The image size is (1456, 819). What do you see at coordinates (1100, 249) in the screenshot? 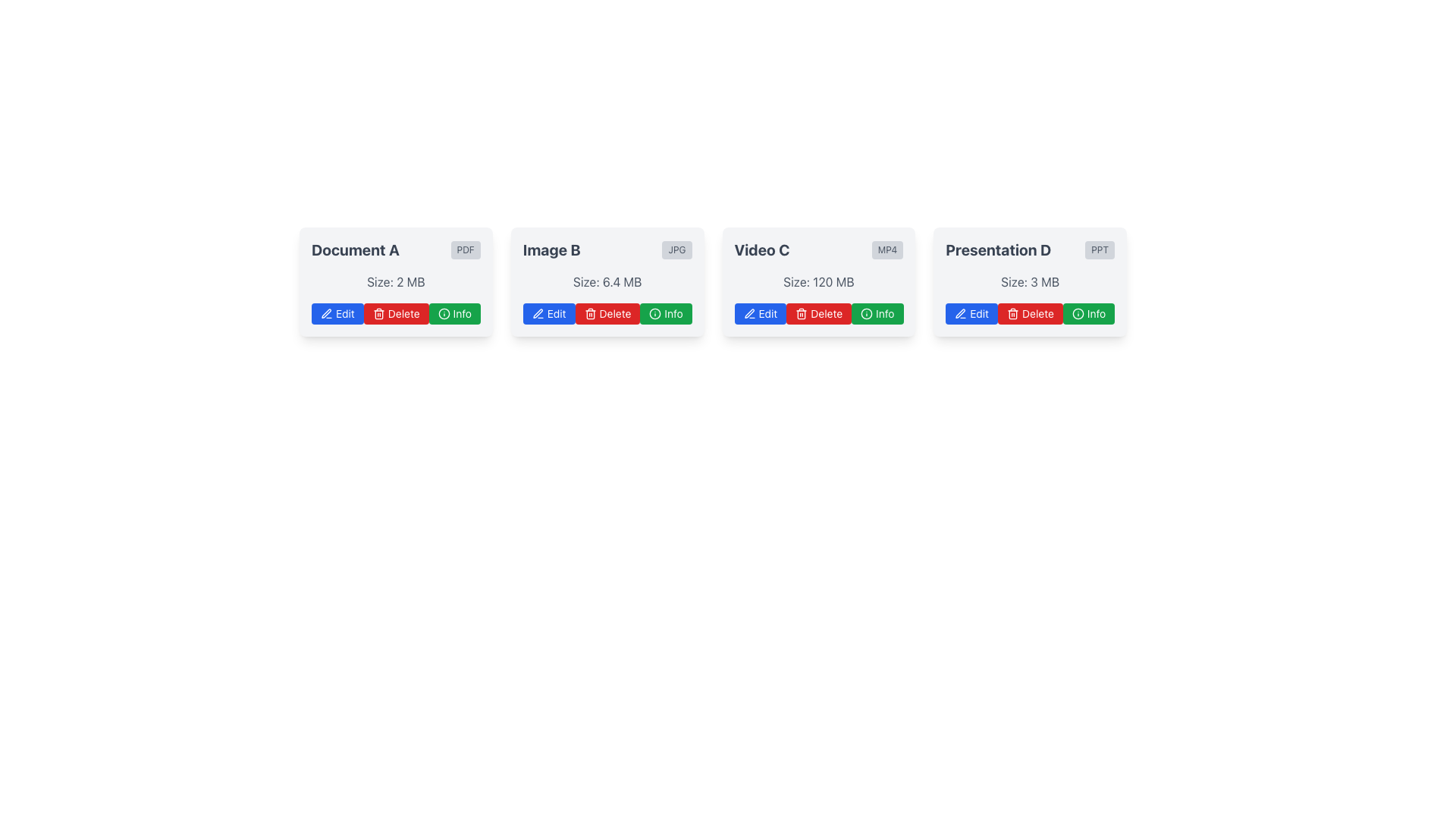
I see `the rectangular badge with a gray background featuring the text 'PPT' located at the top-right corner of the 'Presentation D' card` at bounding box center [1100, 249].